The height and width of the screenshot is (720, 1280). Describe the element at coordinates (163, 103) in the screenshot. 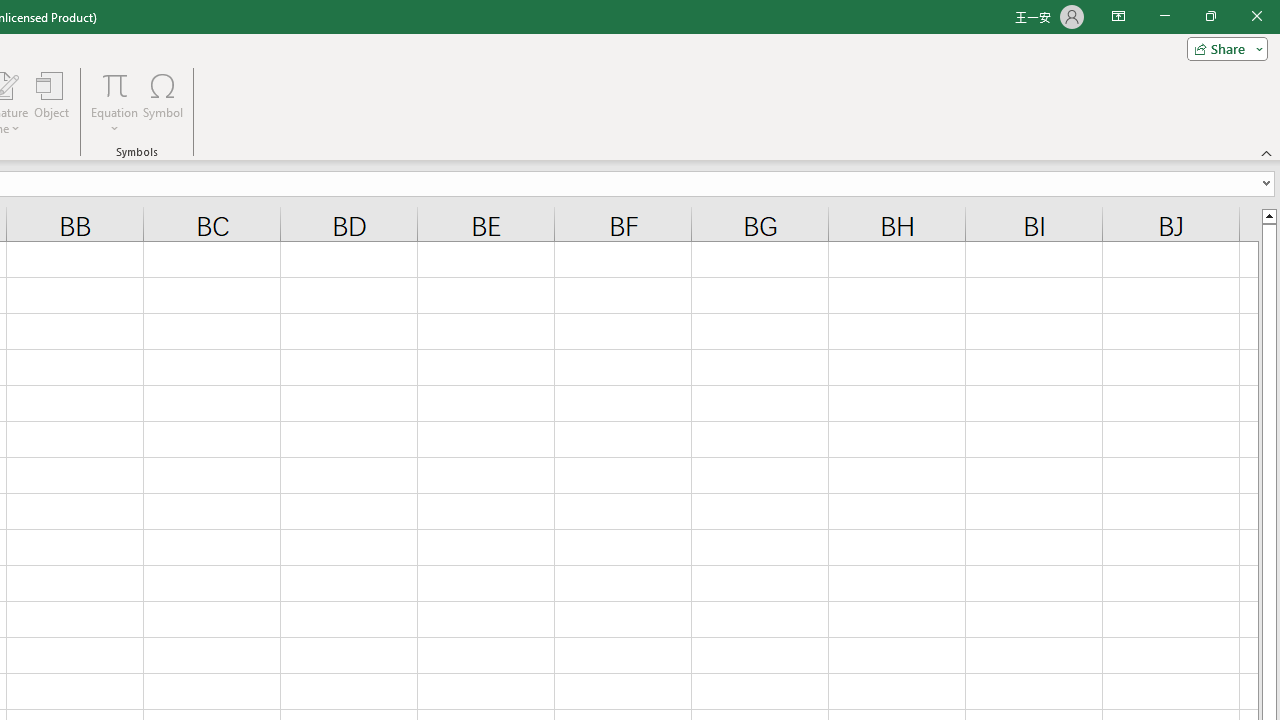

I see `'Symbol...'` at that location.